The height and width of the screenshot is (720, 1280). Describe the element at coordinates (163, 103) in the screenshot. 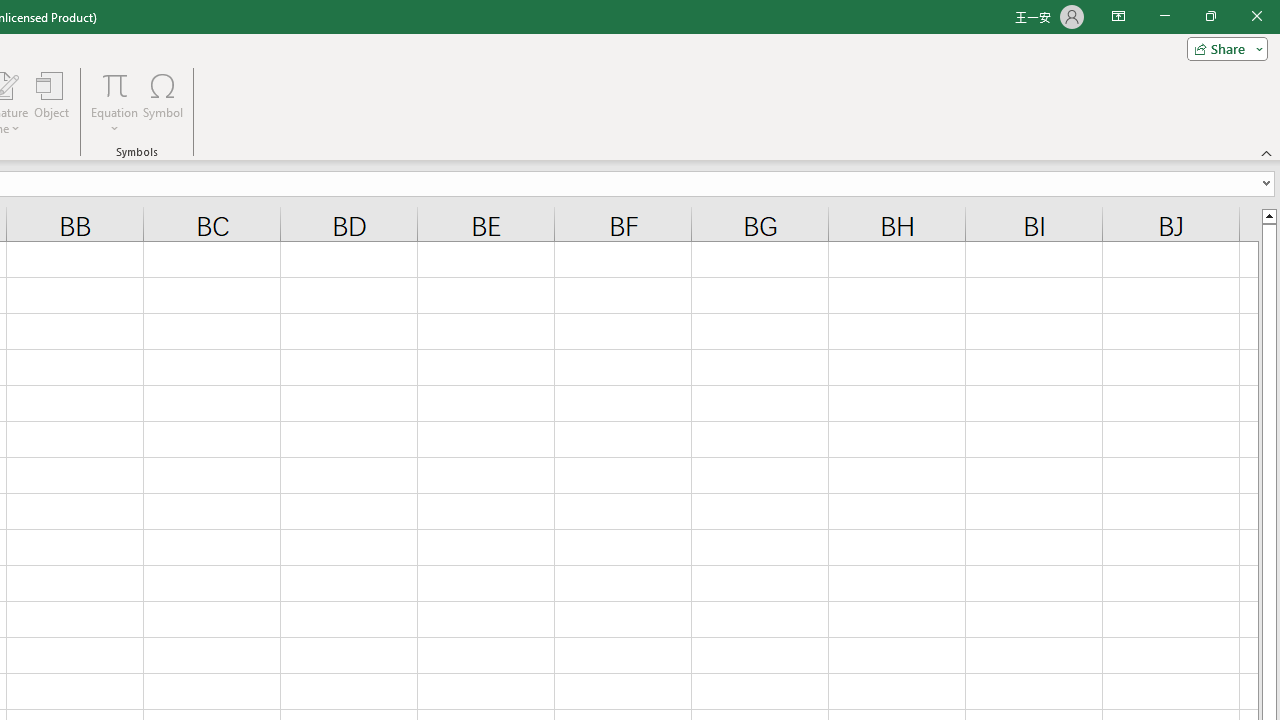

I see `'Symbol...'` at that location.